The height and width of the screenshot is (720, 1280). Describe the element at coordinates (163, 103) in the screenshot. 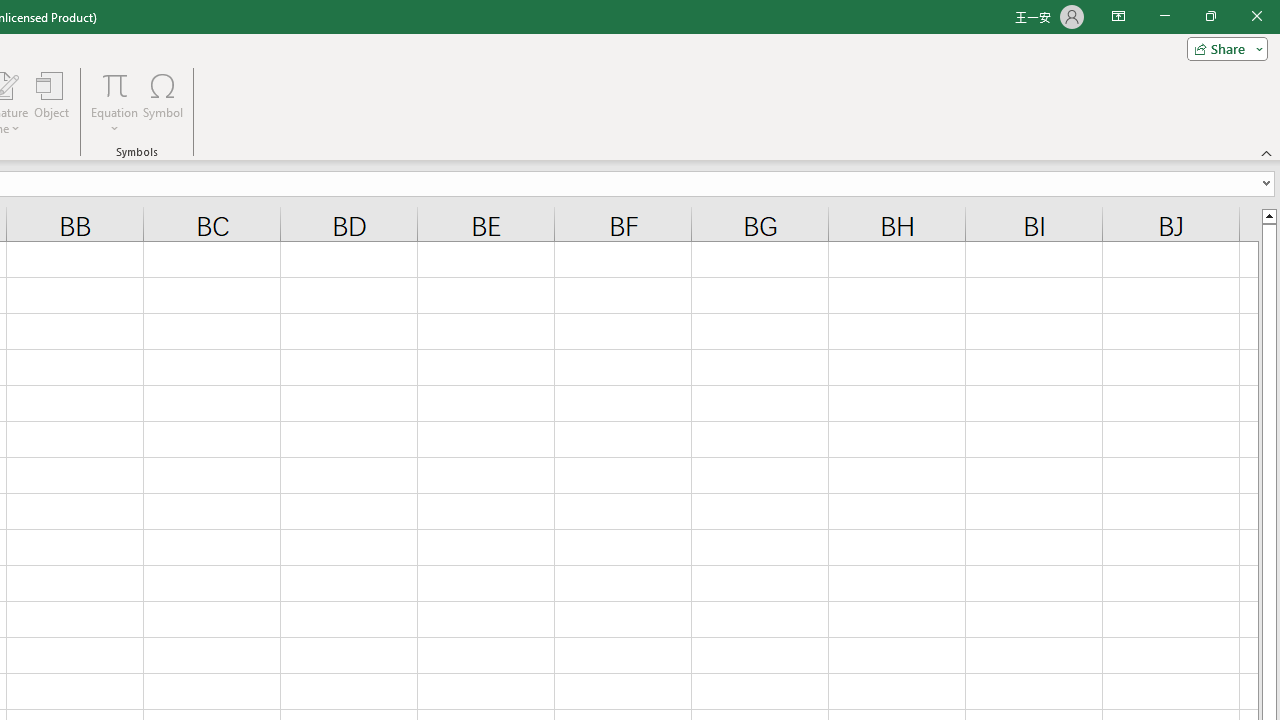

I see `'Symbol...'` at that location.